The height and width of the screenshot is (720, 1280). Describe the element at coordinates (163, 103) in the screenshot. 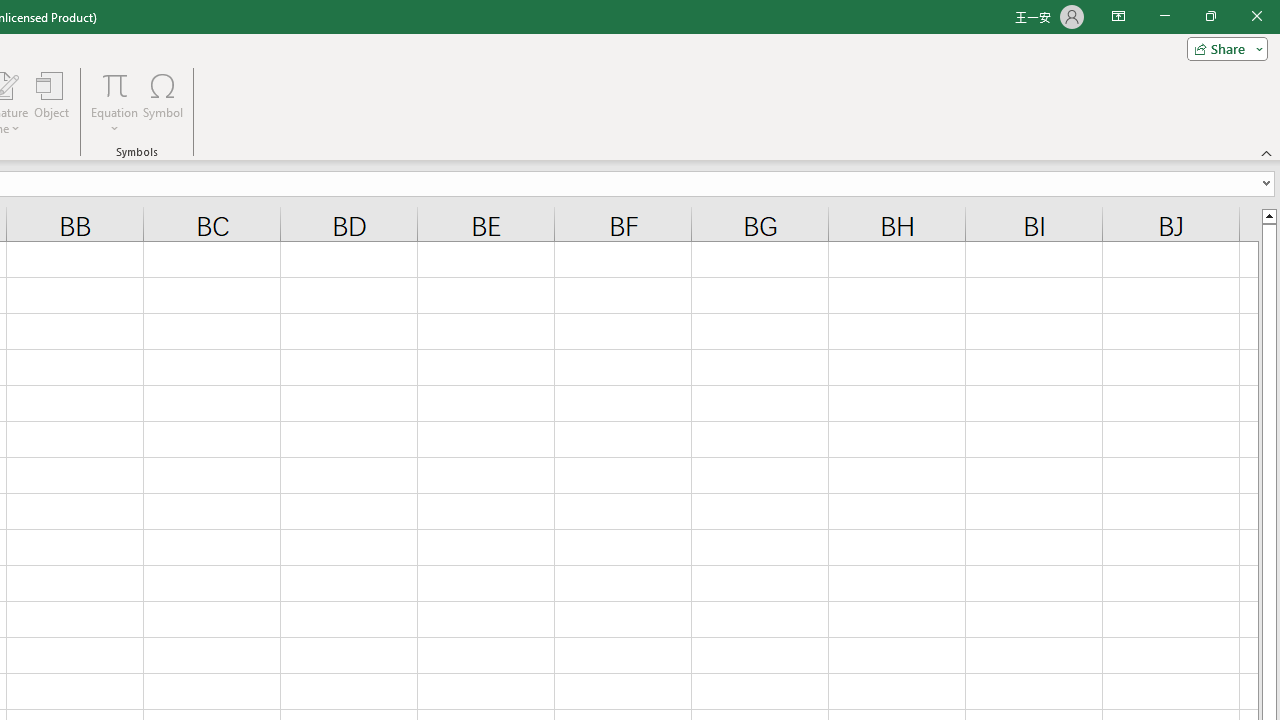

I see `'Symbol...'` at that location.